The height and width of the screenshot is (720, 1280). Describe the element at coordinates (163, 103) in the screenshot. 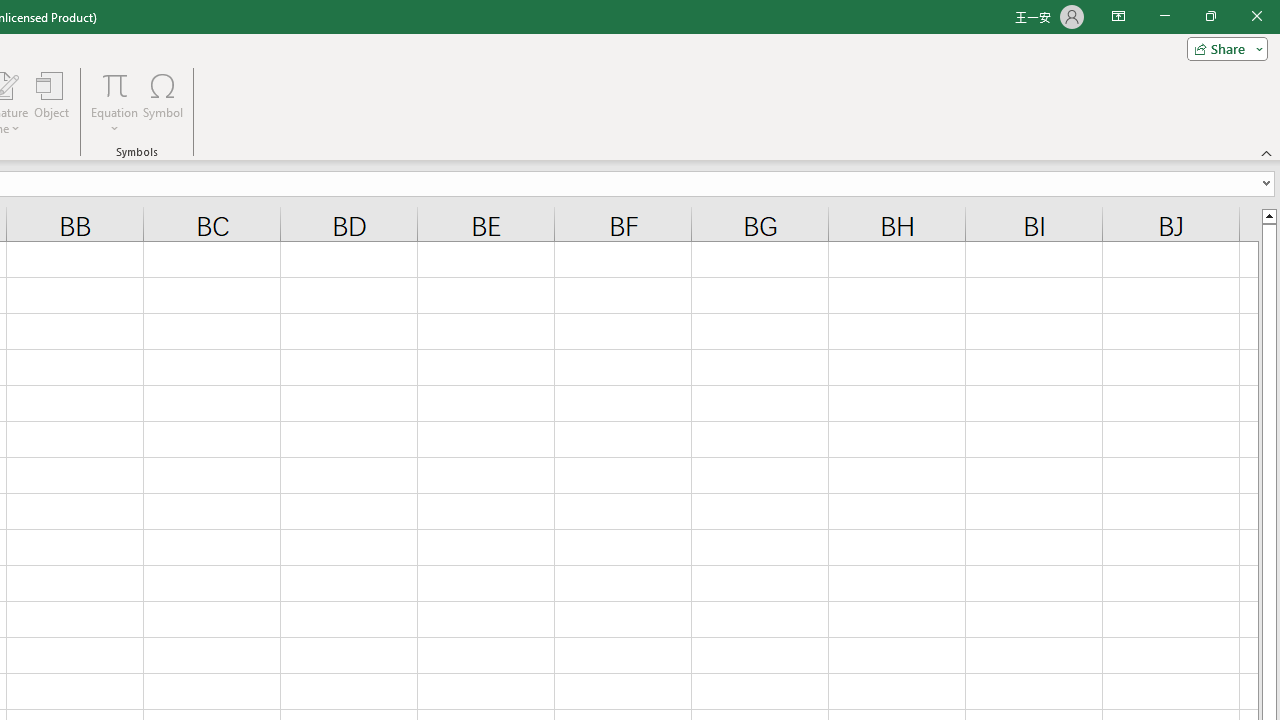

I see `'Symbol...'` at that location.